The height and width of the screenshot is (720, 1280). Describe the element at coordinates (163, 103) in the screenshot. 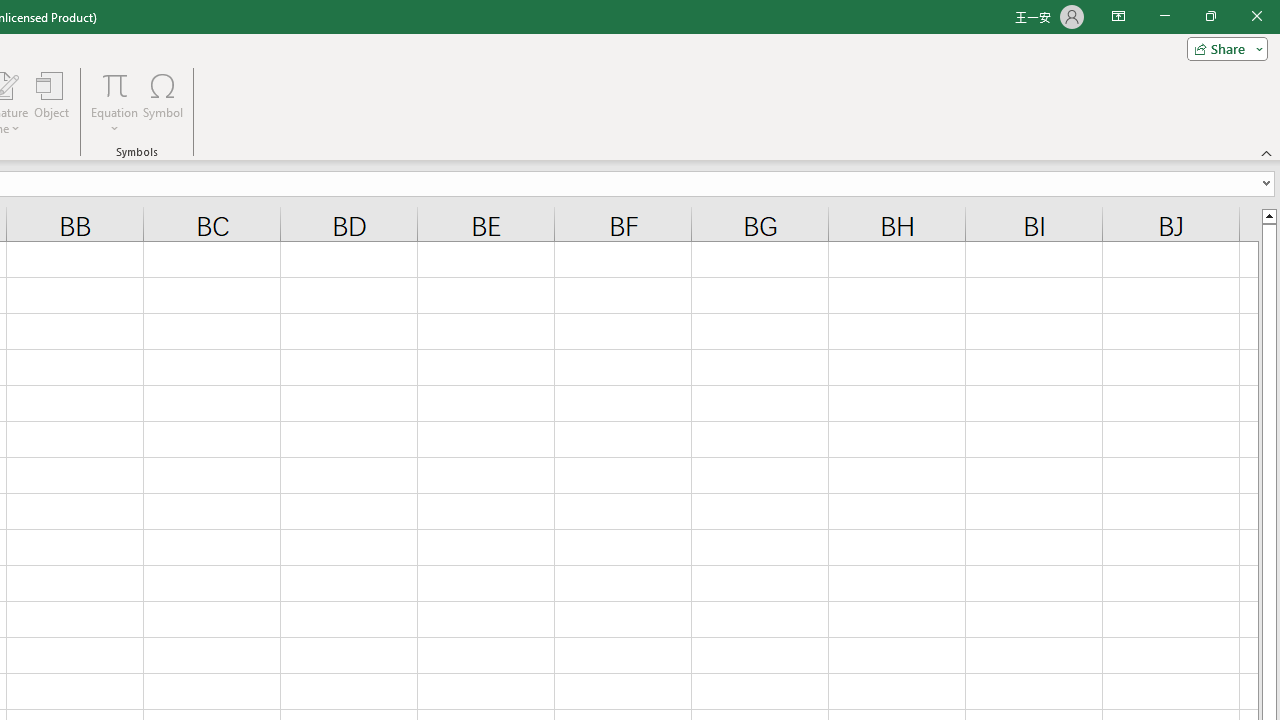

I see `'Symbol...'` at that location.